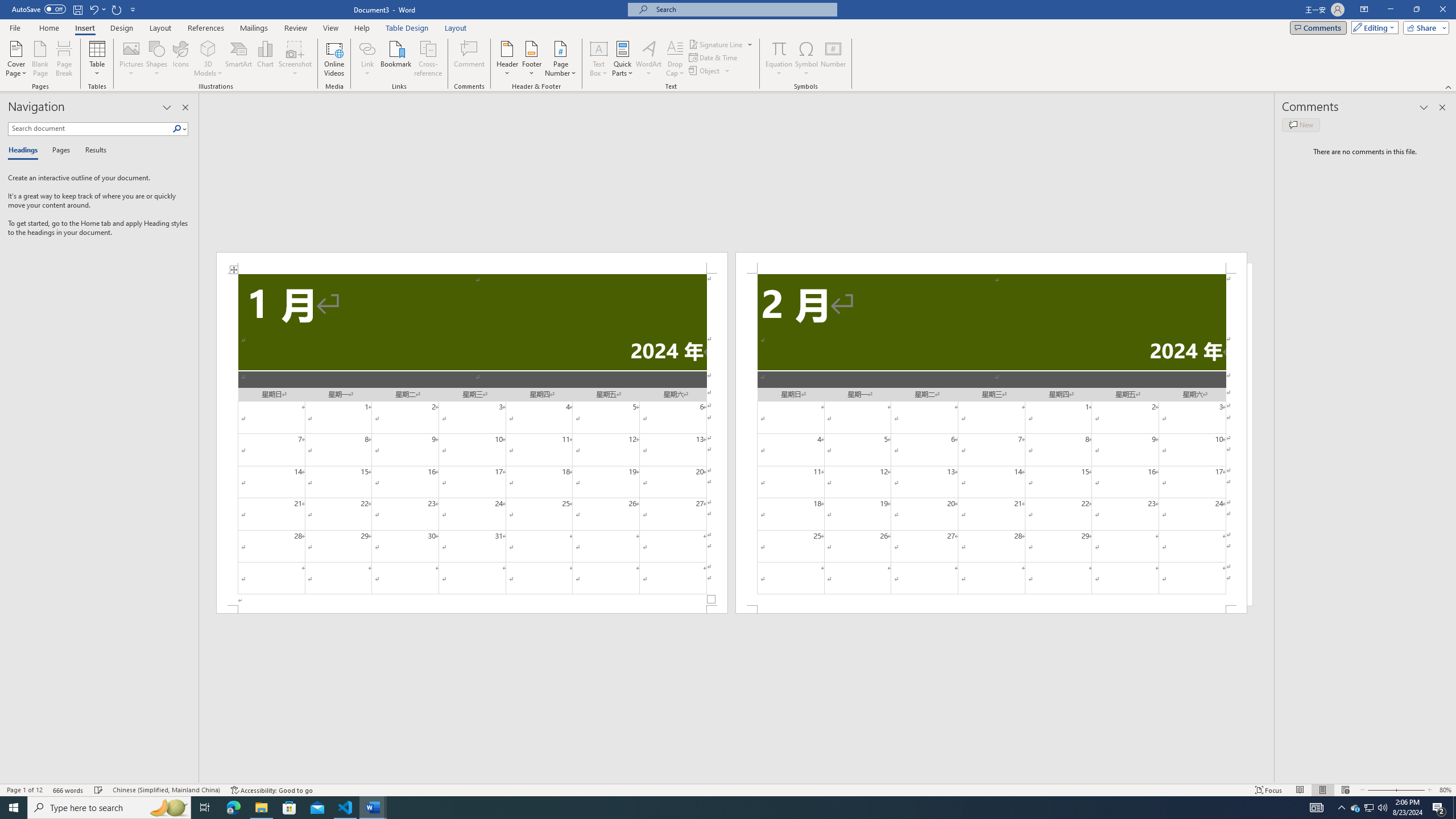 This screenshot has width=1456, height=819. Describe the element at coordinates (471, 440) in the screenshot. I see `'Page 1 content'` at that location.